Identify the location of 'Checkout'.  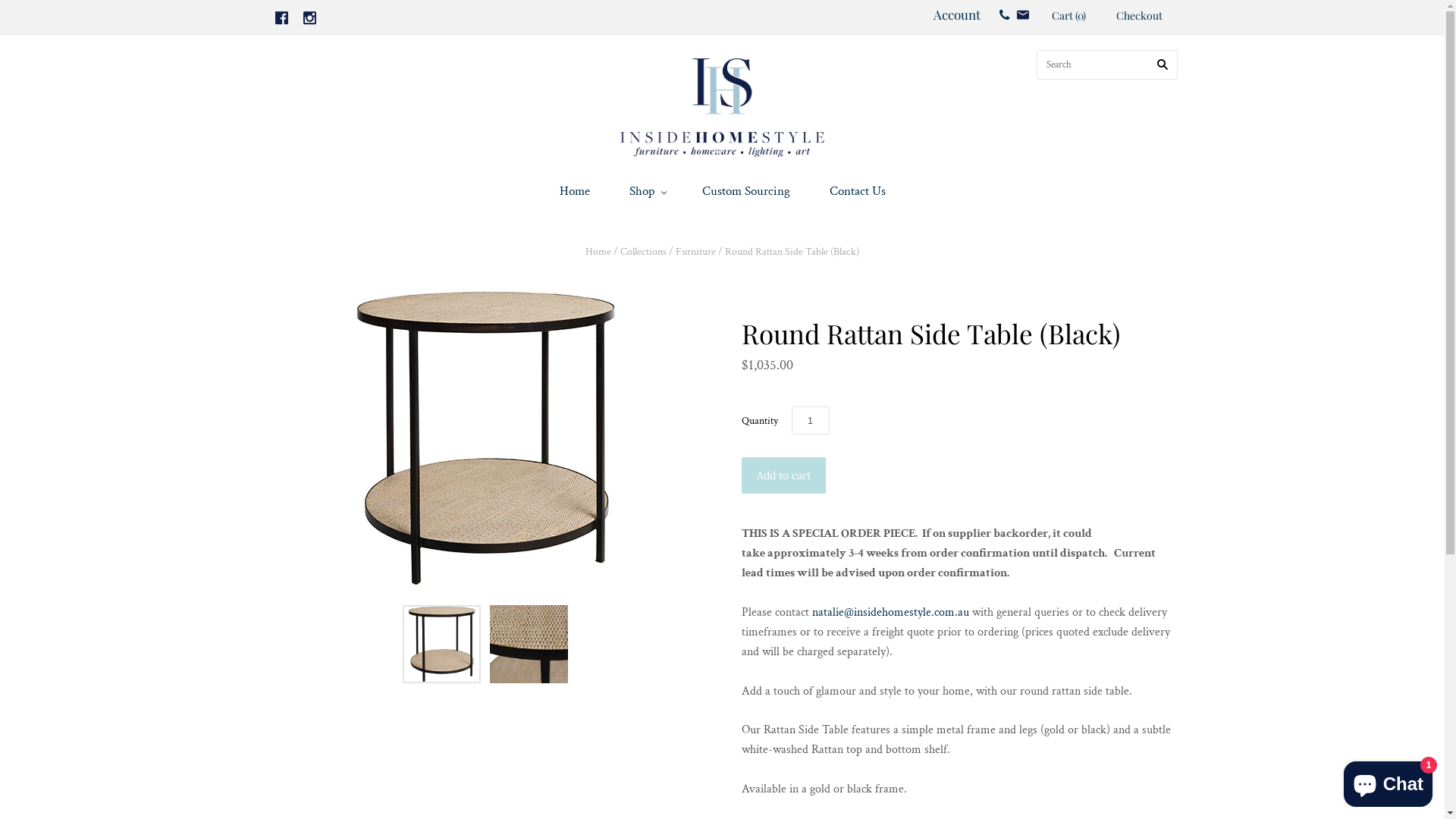
(1100, 16).